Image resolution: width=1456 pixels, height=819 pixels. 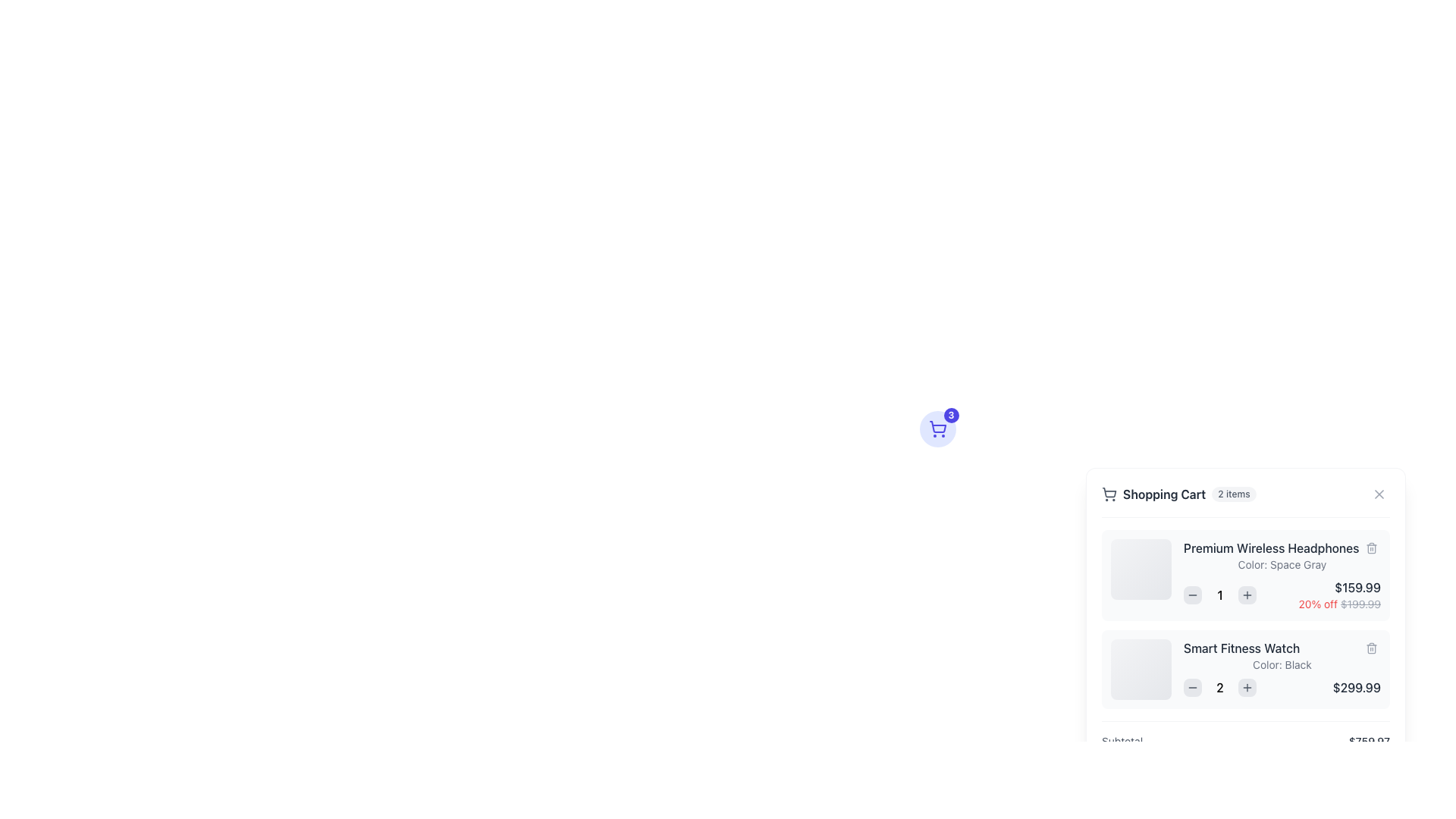 What do you see at coordinates (1192, 595) in the screenshot?
I see `the Decrement Button (Minus Icon Button) located inside a light gray rounded rectangle button` at bounding box center [1192, 595].